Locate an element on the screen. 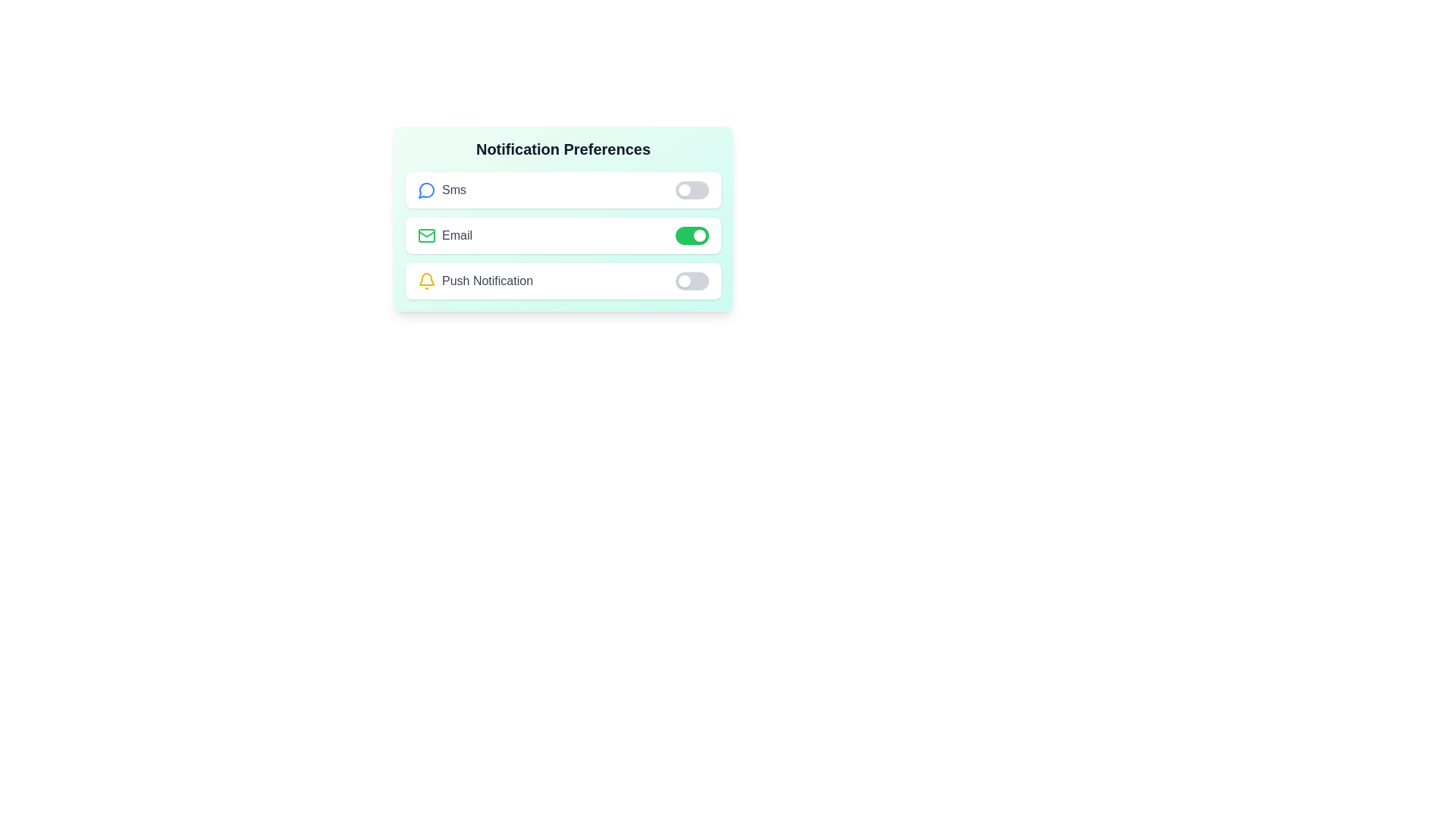  the SMS notification preference icon, located at the upper-left side of the SMS text label for enhanced user recognition is located at coordinates (425, 189).